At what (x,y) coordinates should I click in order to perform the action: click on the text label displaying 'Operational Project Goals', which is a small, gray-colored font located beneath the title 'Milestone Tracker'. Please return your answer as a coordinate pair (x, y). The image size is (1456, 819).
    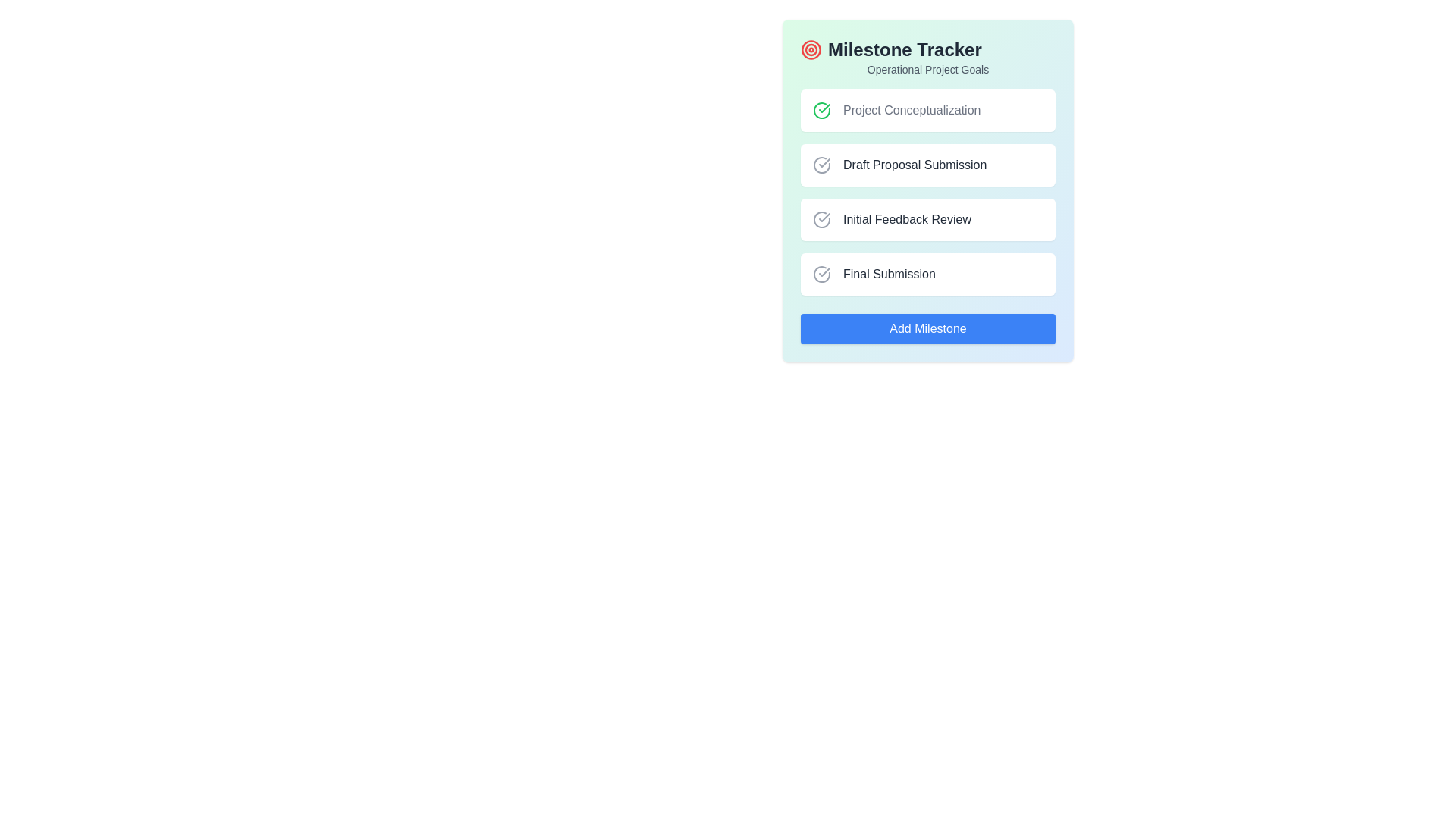
    Looking at the image, I should click on (927, 70).